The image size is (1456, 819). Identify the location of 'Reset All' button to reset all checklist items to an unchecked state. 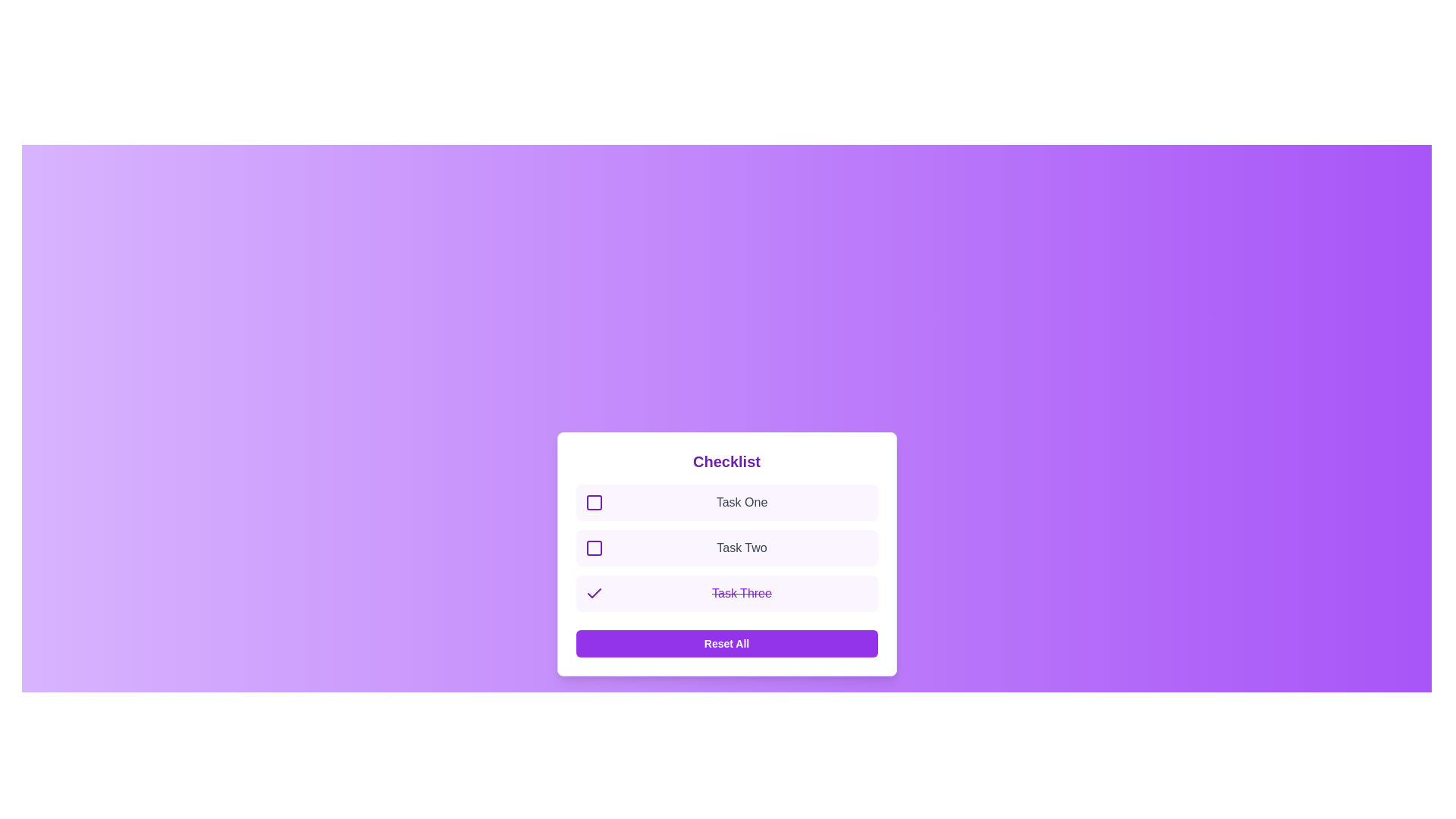
(726, 643).